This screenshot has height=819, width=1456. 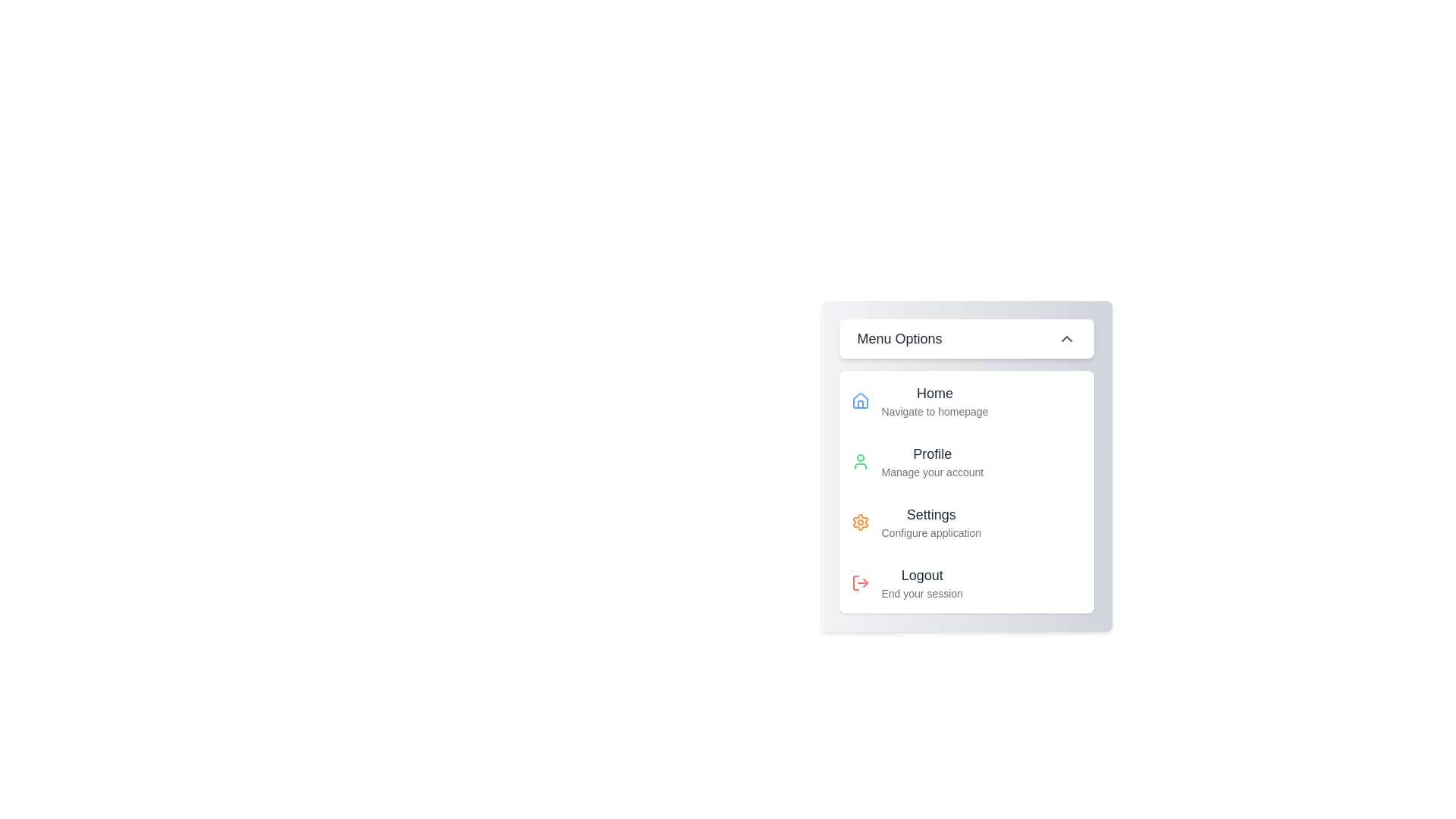 What do you see at coordinates (931, 453) in the screenshot?
I see `the 'Profile' label, which serves as the title text for the 'Profile' section in the menu, positioned centrally in the 'Menu Options' panel` at bounding box center [931, 453].